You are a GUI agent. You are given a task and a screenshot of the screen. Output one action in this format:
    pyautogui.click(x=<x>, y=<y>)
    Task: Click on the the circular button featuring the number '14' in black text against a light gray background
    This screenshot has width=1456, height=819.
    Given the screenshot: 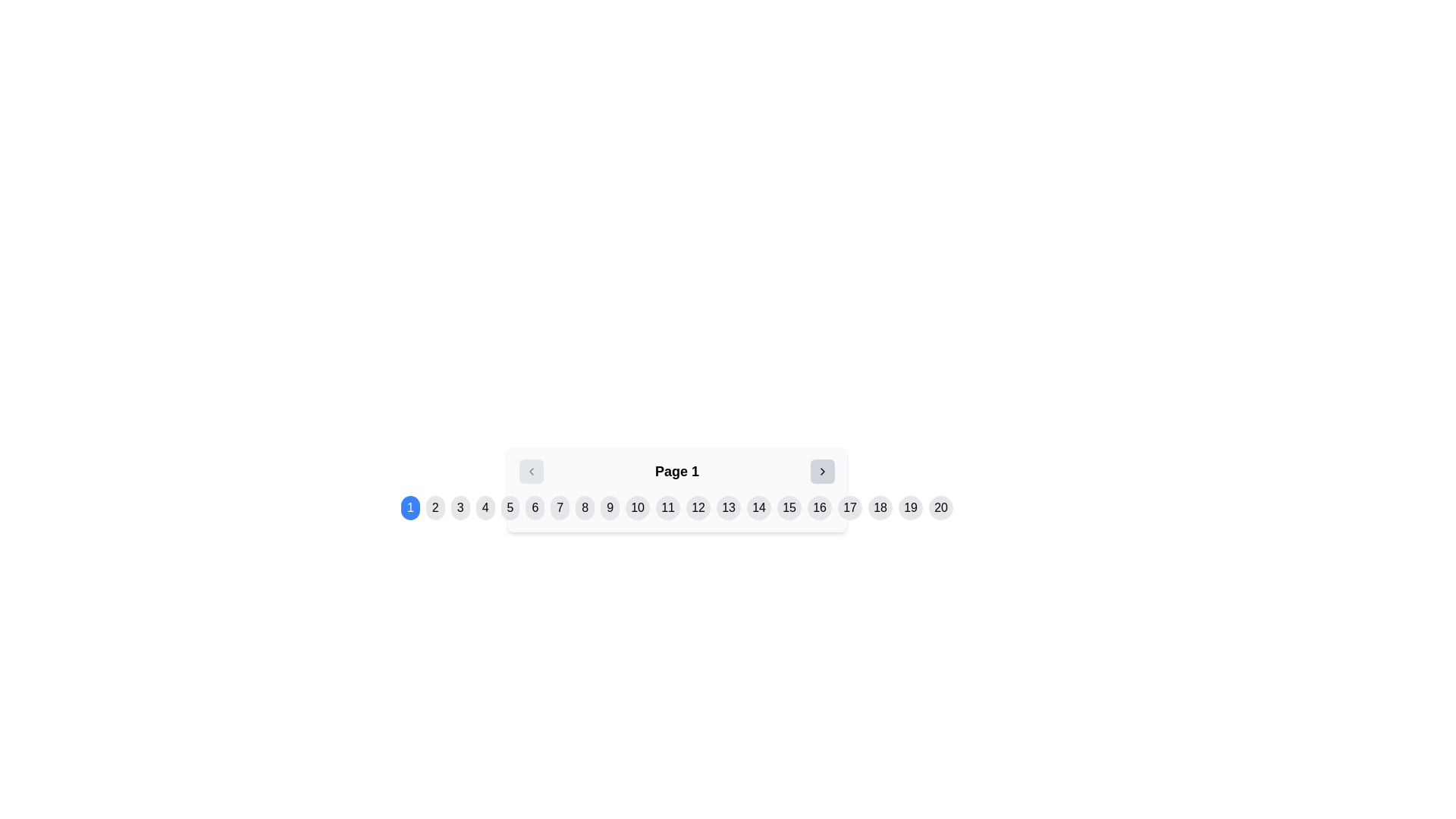 What is the action you would take?
    pyautogui.click(x=759, y=508)
    